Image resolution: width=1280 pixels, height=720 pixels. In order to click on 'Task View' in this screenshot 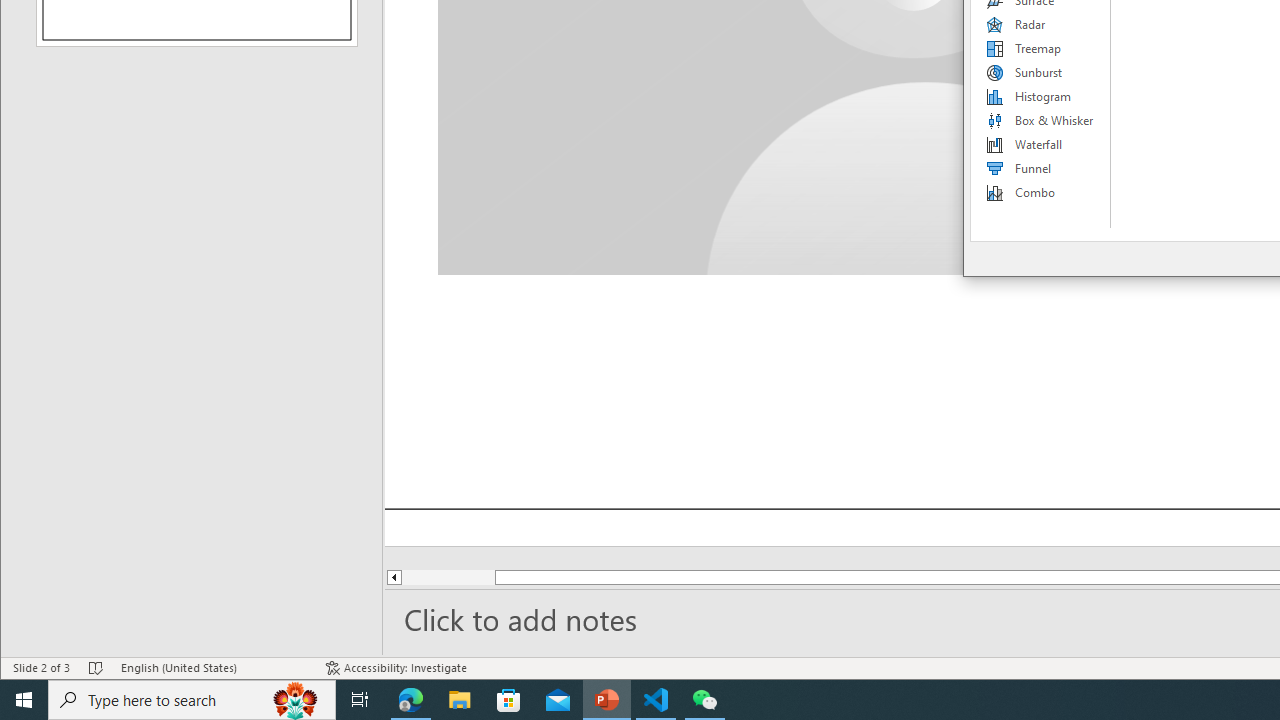, I will do `click(359, 698)`.